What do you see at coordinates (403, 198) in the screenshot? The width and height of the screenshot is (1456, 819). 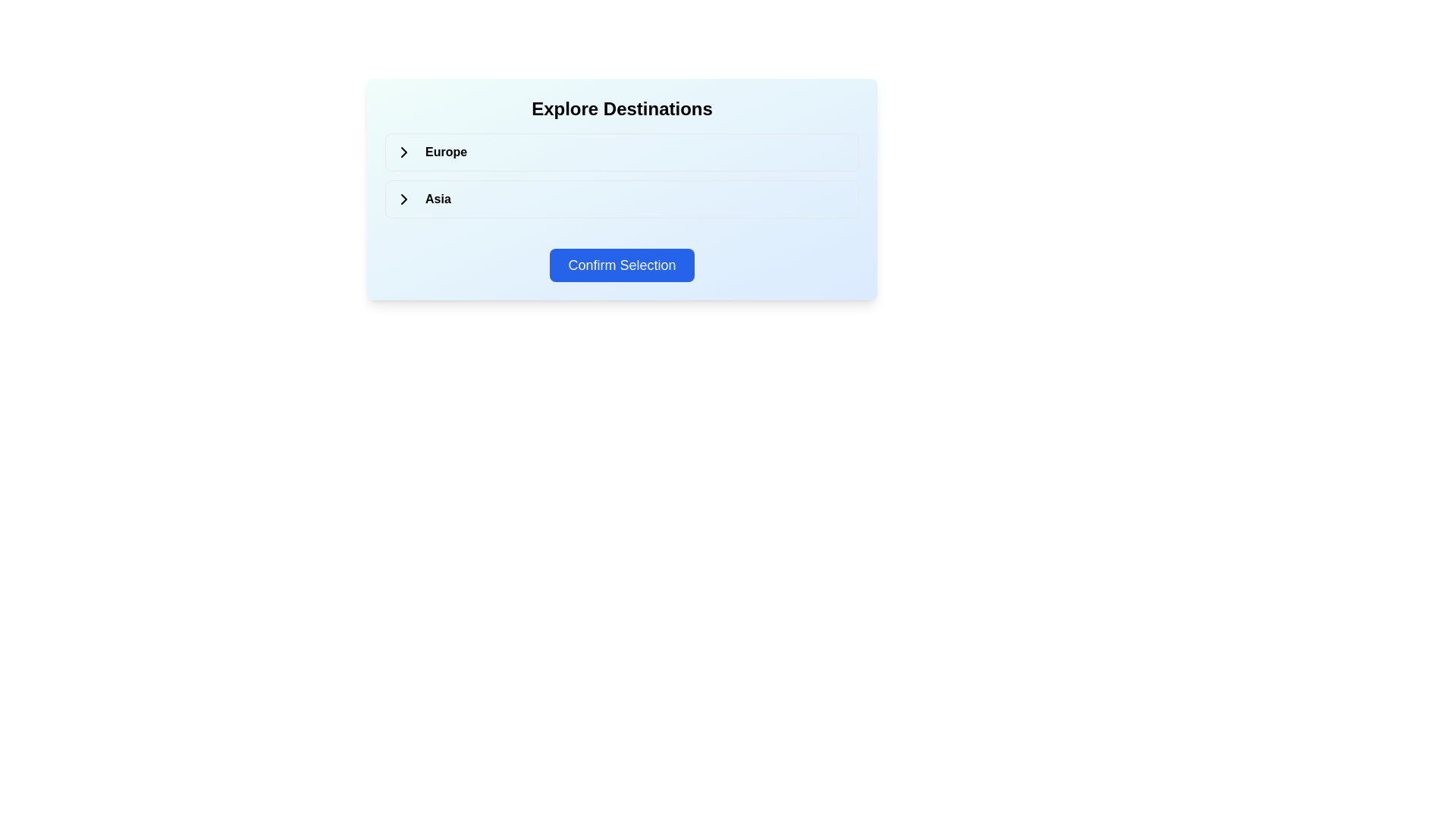 I see `the Chevron icon located to the left of the 'Asia' entry in the 'Explore Destinations' list` at bounding box center [403, 198].